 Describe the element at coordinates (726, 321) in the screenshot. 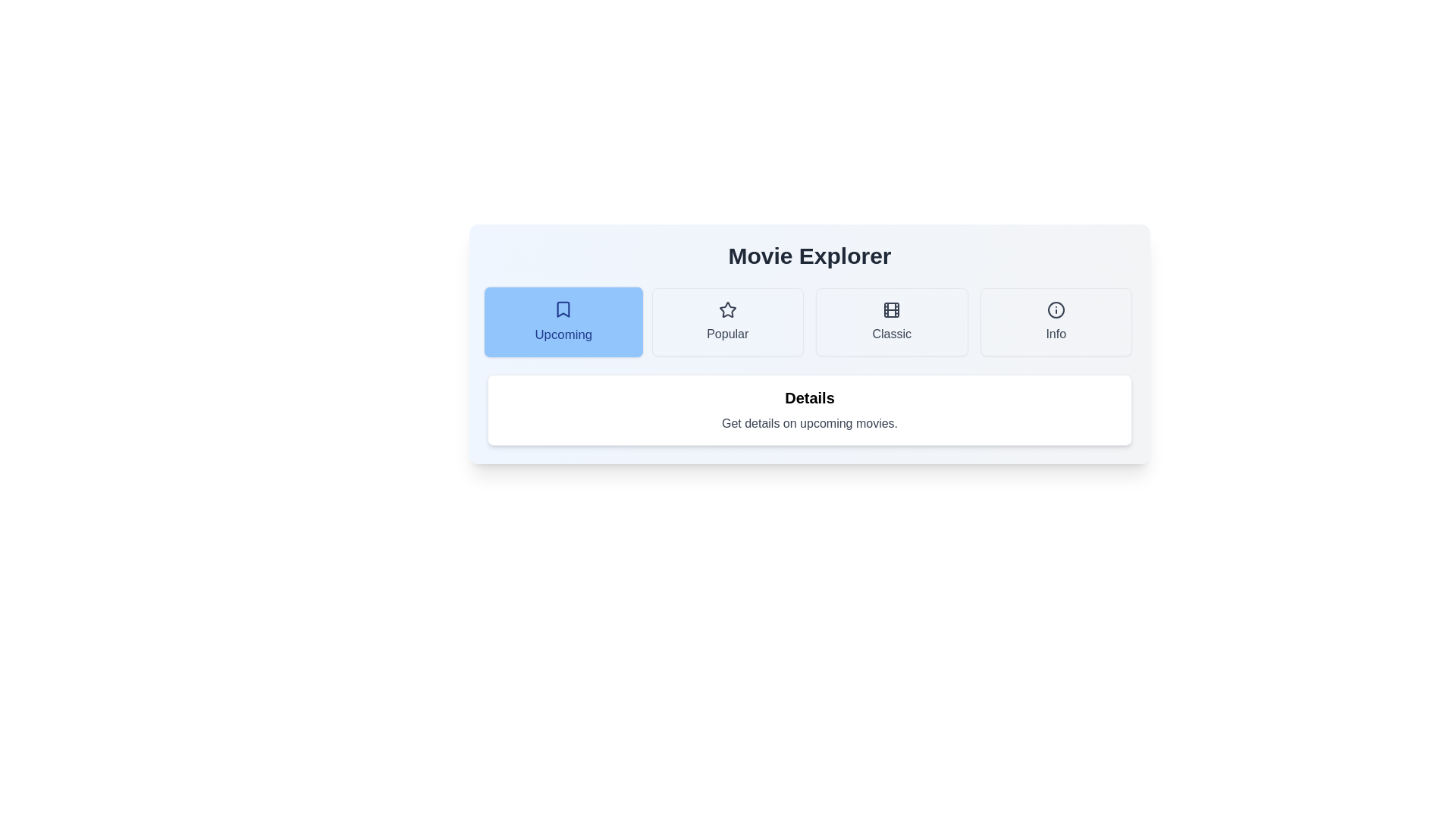

I see `the 'Popular' button located beneath the 'Movie Explorer' title` at that location.